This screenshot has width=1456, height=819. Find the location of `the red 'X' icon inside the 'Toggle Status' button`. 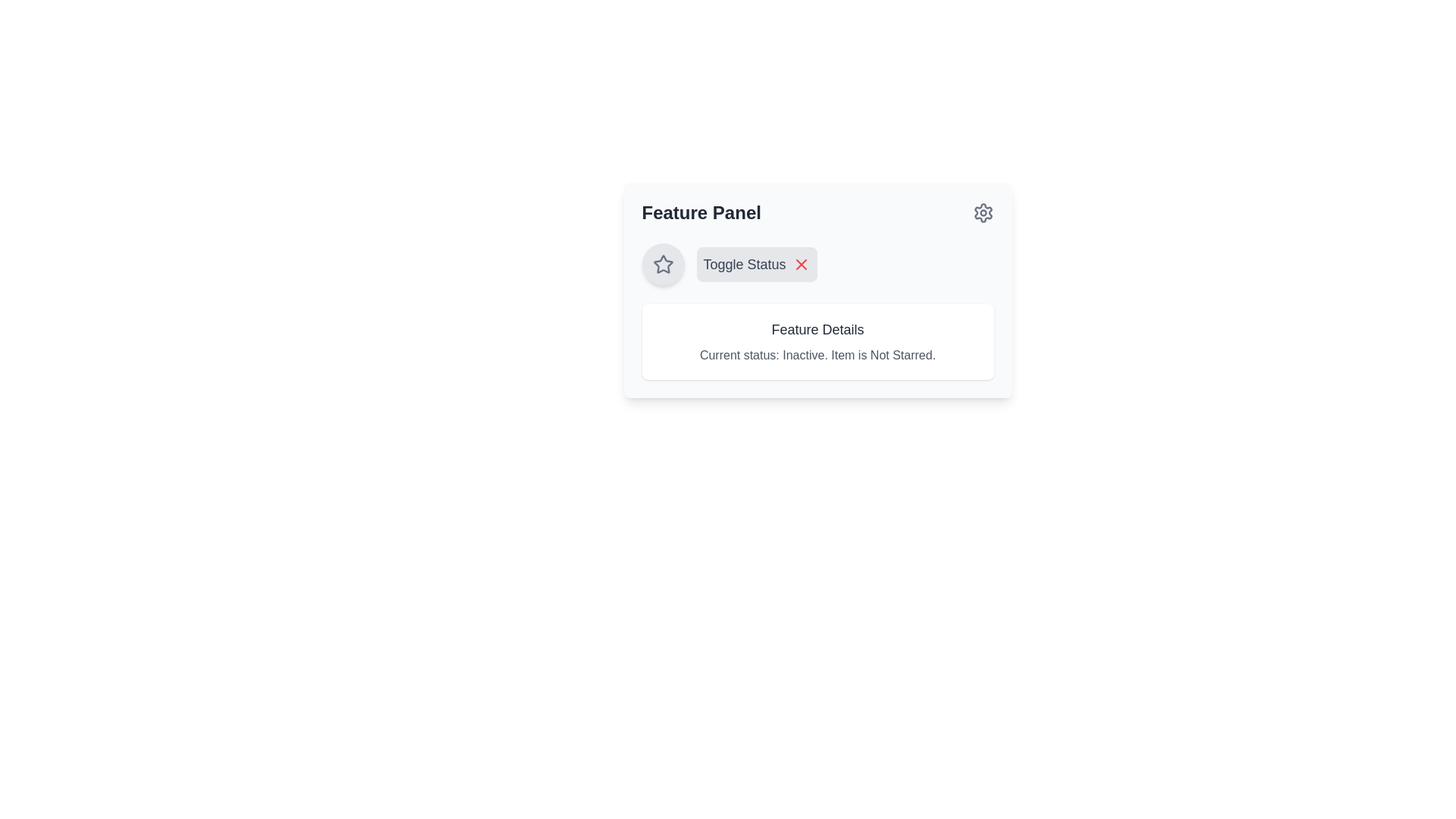

the red 'X' icon inside the 'Toggle Status' button is located at coordinates (800, 263).